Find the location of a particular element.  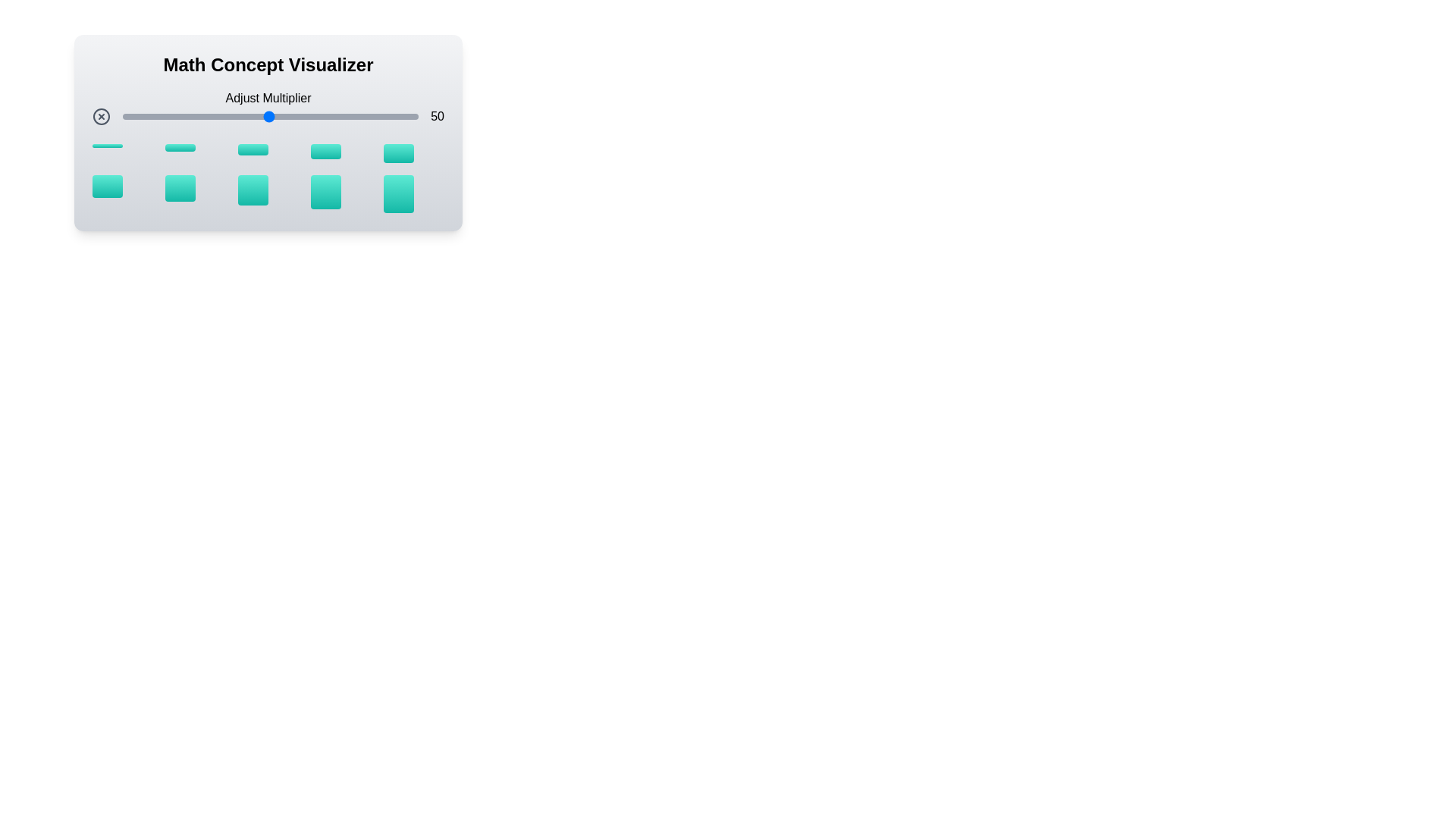

the multiplier slider to set the value to 23 is located at coordinates (187, 116).